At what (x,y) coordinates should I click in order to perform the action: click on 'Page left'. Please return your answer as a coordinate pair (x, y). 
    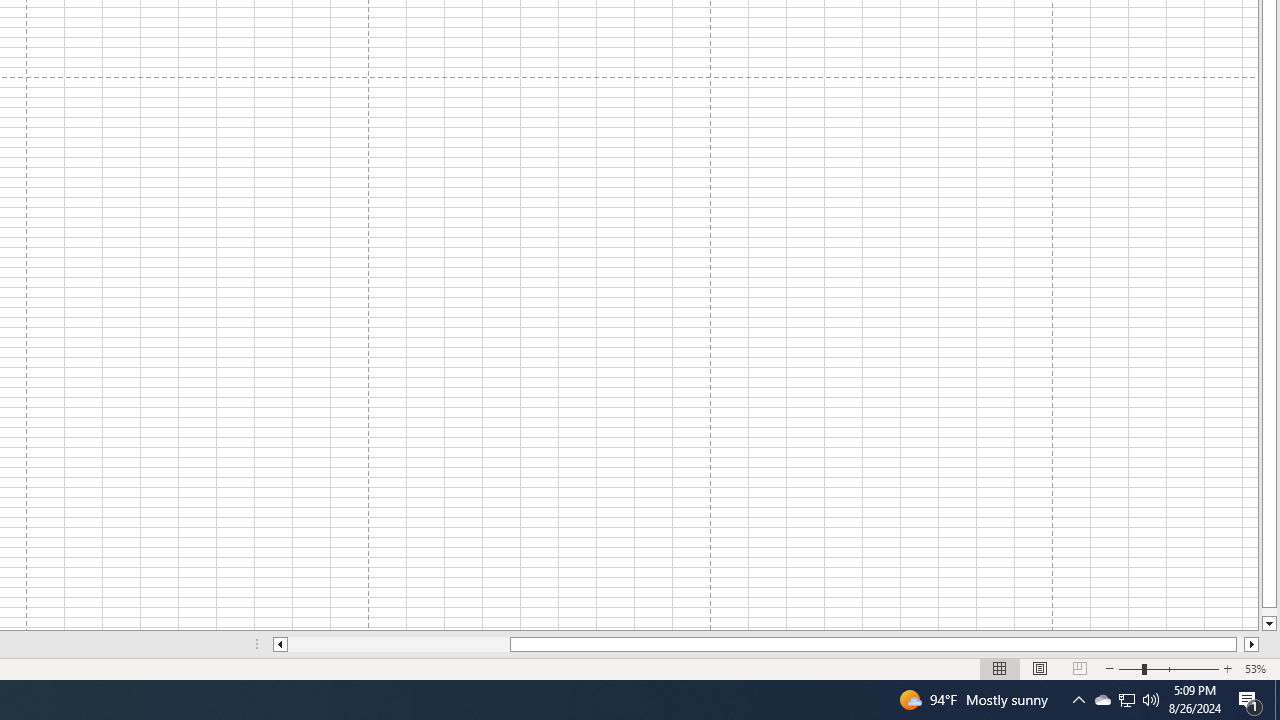
    Looking at the image, I should click on (398, 644).